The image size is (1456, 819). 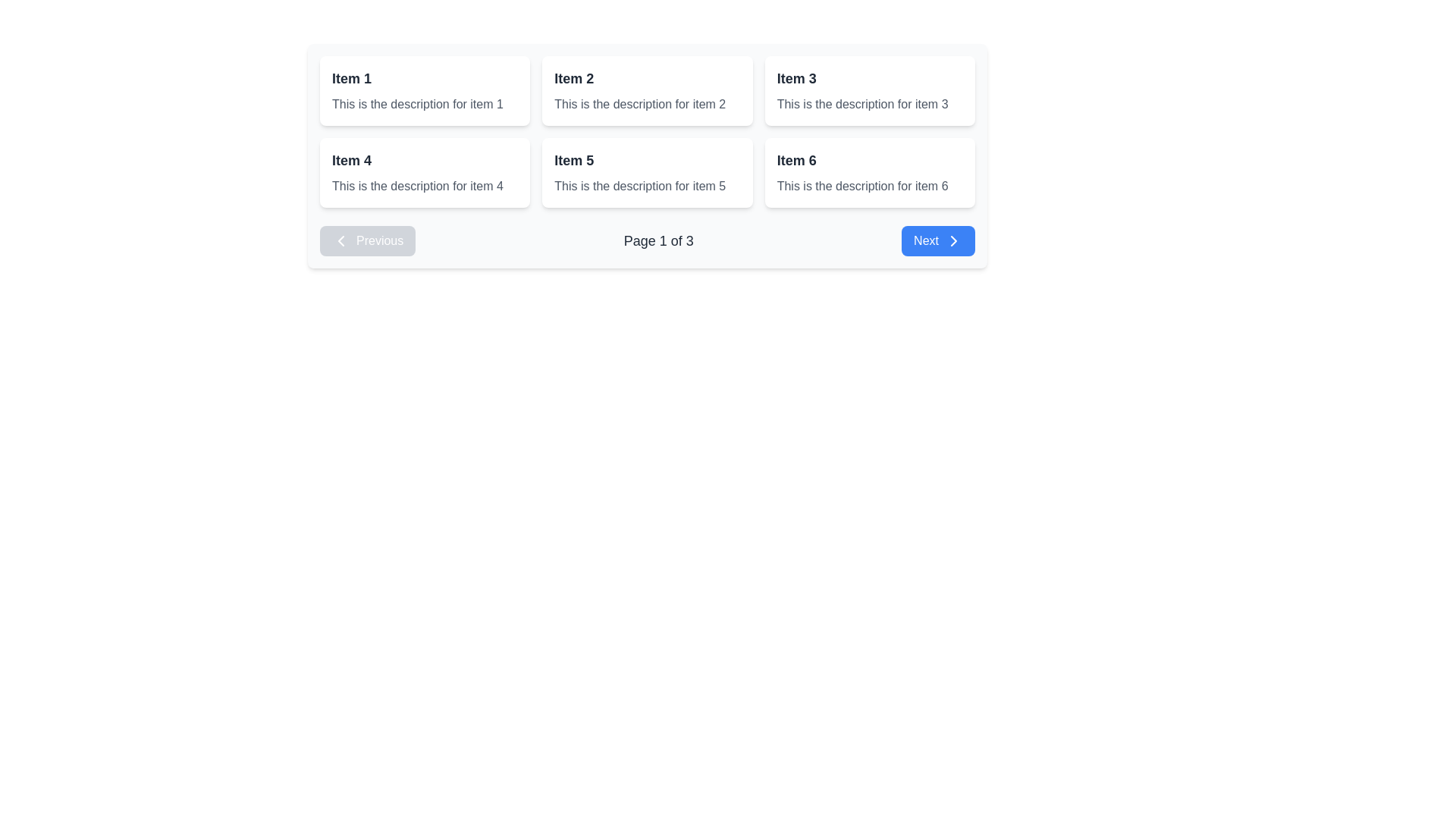 I want to click on the text line displaying 'This is the description for item 2' in gray font, located below the title 'Item 2' in the second card of the grid layout, so click(x=640, y=104).